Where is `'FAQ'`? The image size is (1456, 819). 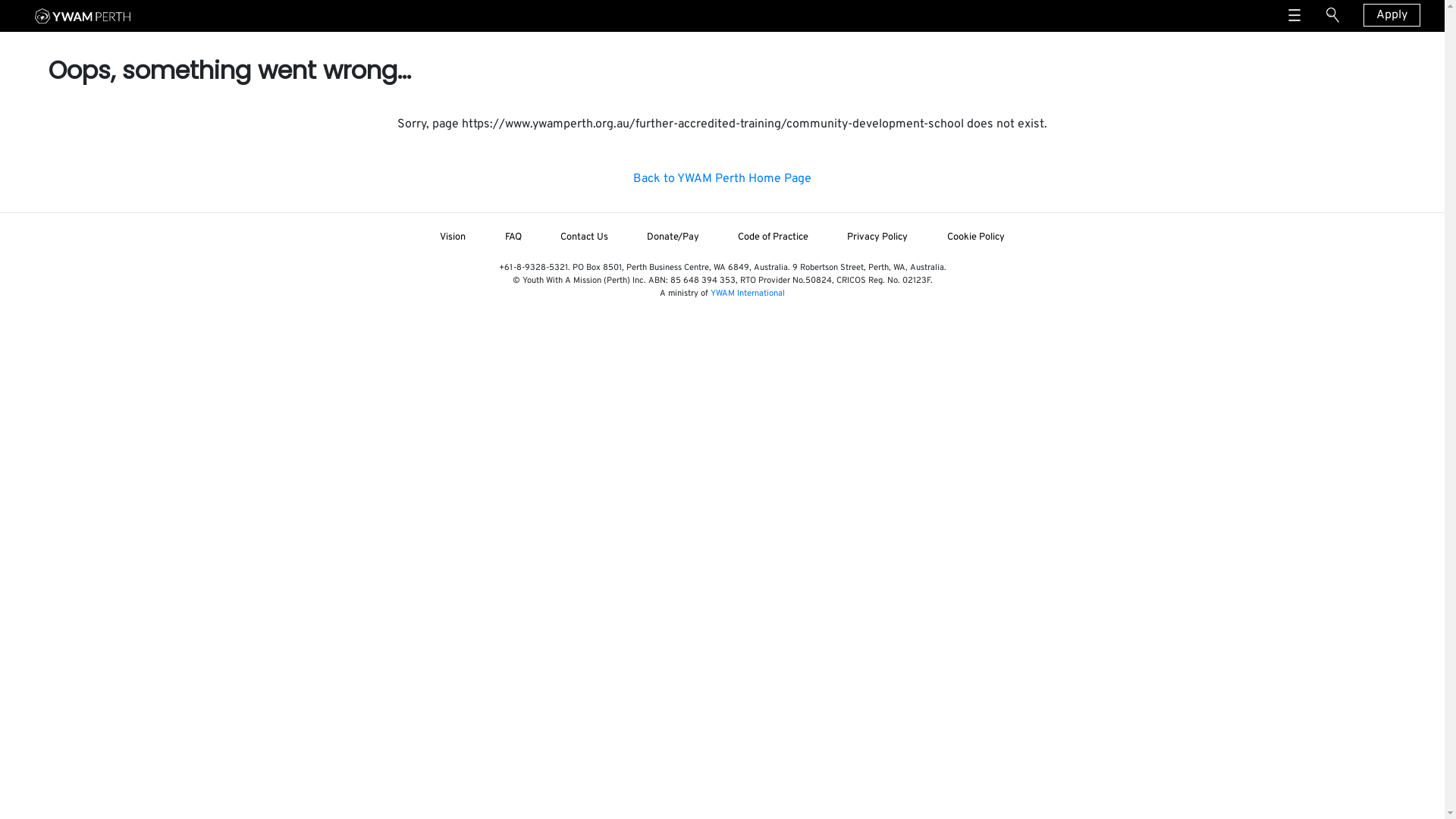
'FAQ' is located at coordinates (513, 237).